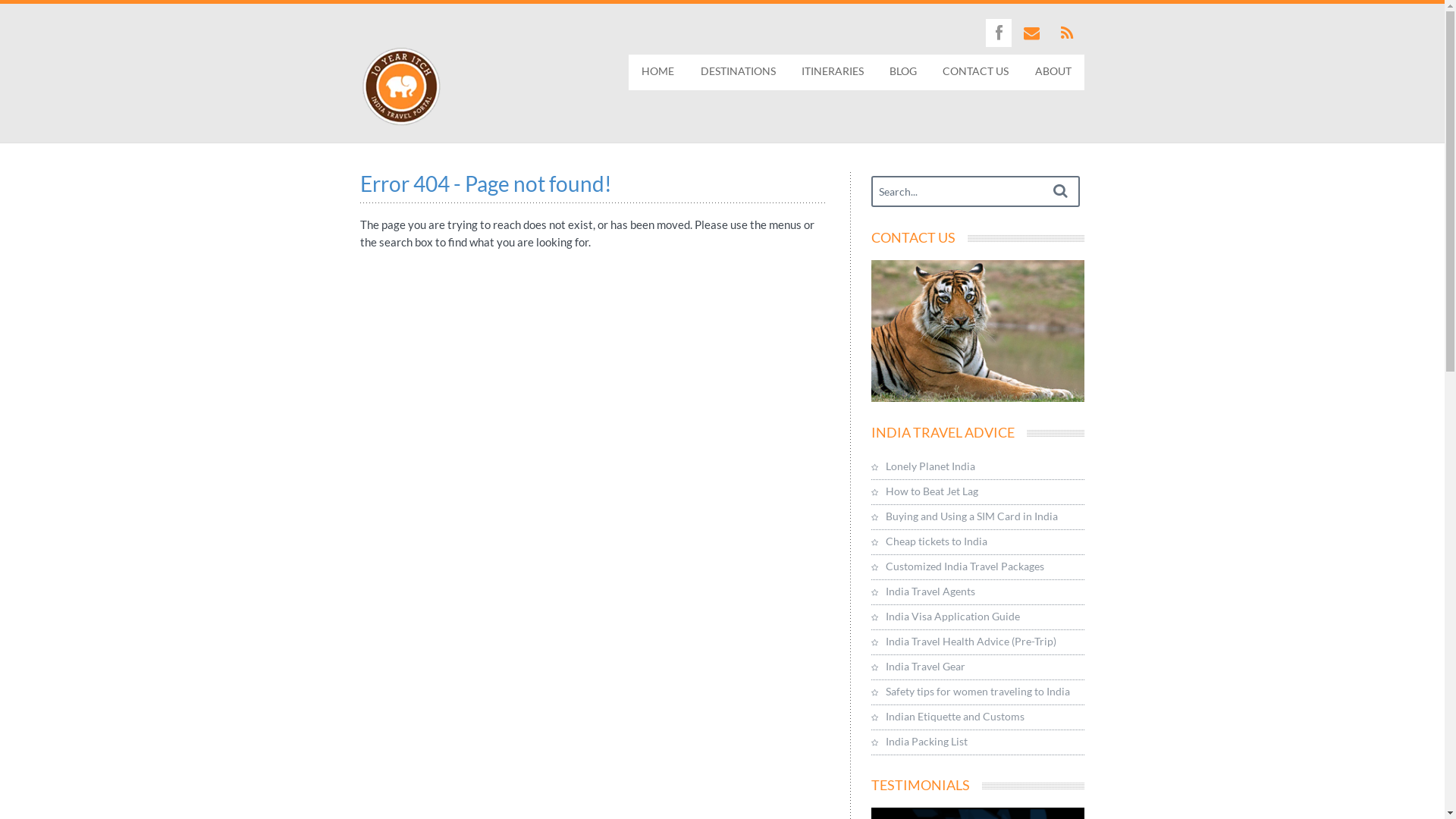 Image resolution: width=1456 pixels, height=819 pixels. I want to click on 'India Travel Agents', so click(977, 591).